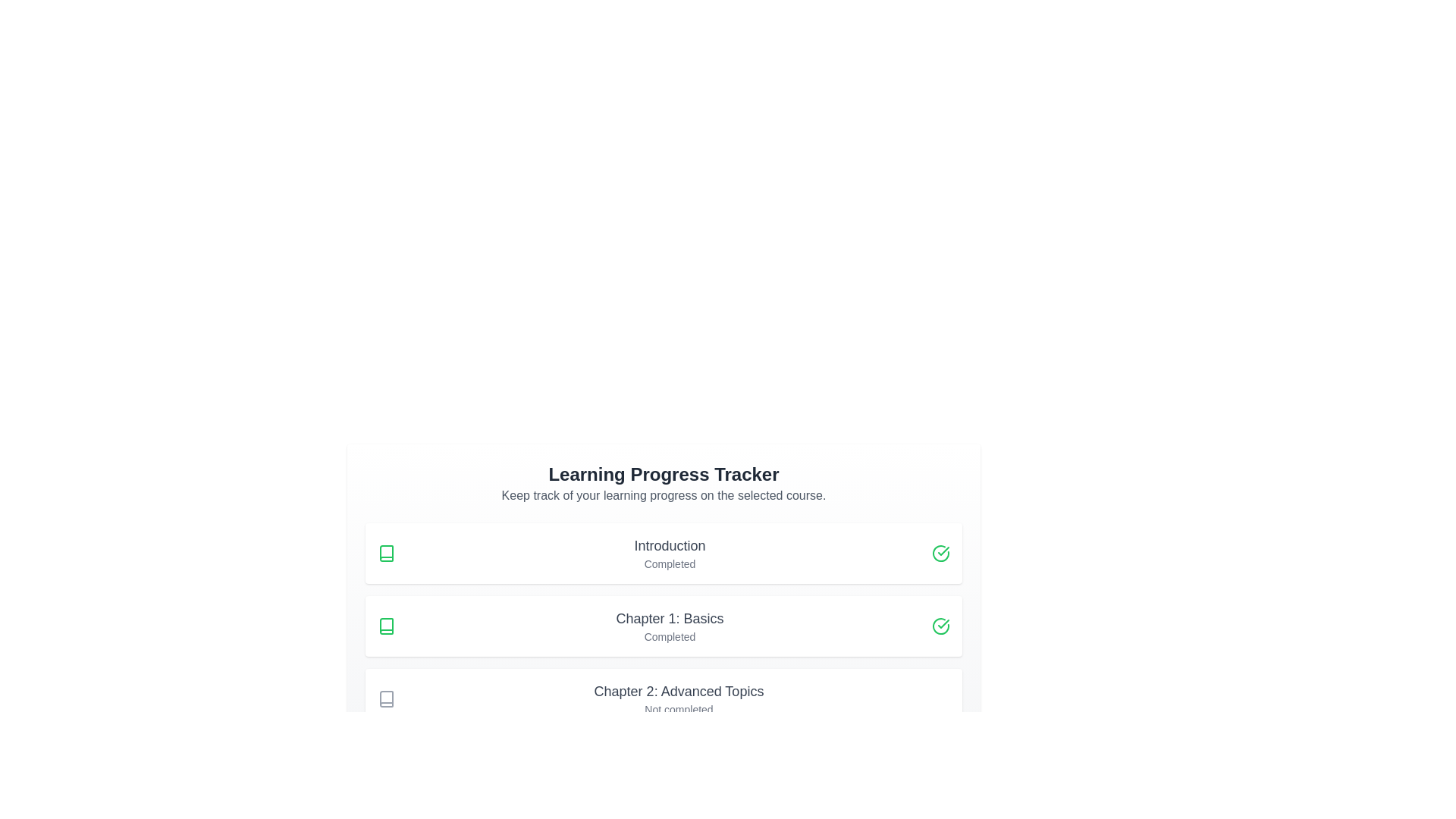  Describe the element at coordinates (664, 569) in the screenshot. I see `the first Card item` at that location.